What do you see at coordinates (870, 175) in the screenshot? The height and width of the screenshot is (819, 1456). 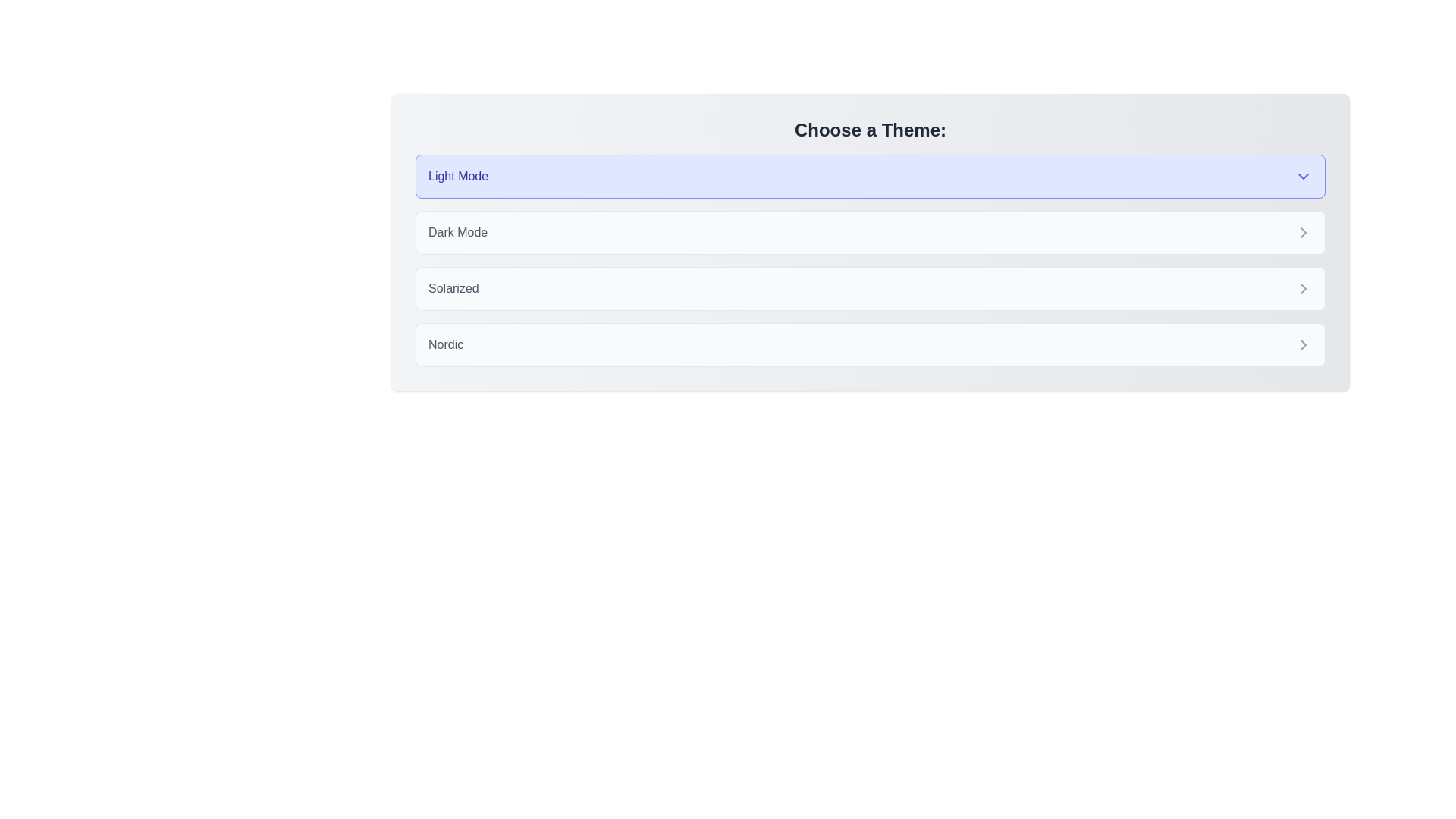 I see `the theme Light Mode by clicking on its corresponding chip` at bounding box center [870, 175].